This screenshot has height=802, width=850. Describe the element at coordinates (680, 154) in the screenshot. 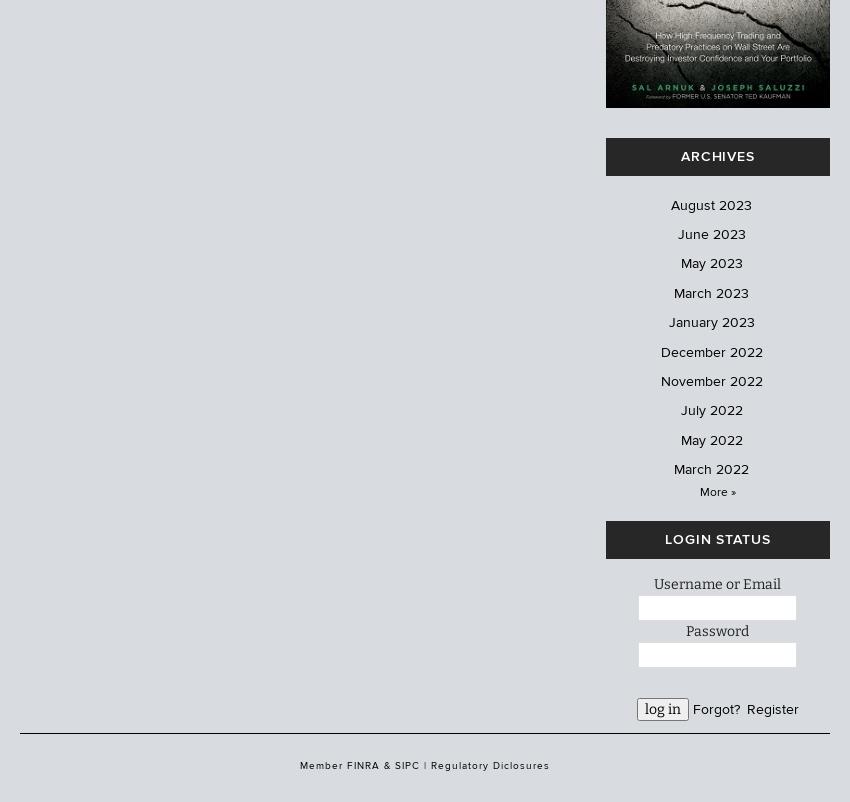

I see `'Archives'` at that location.